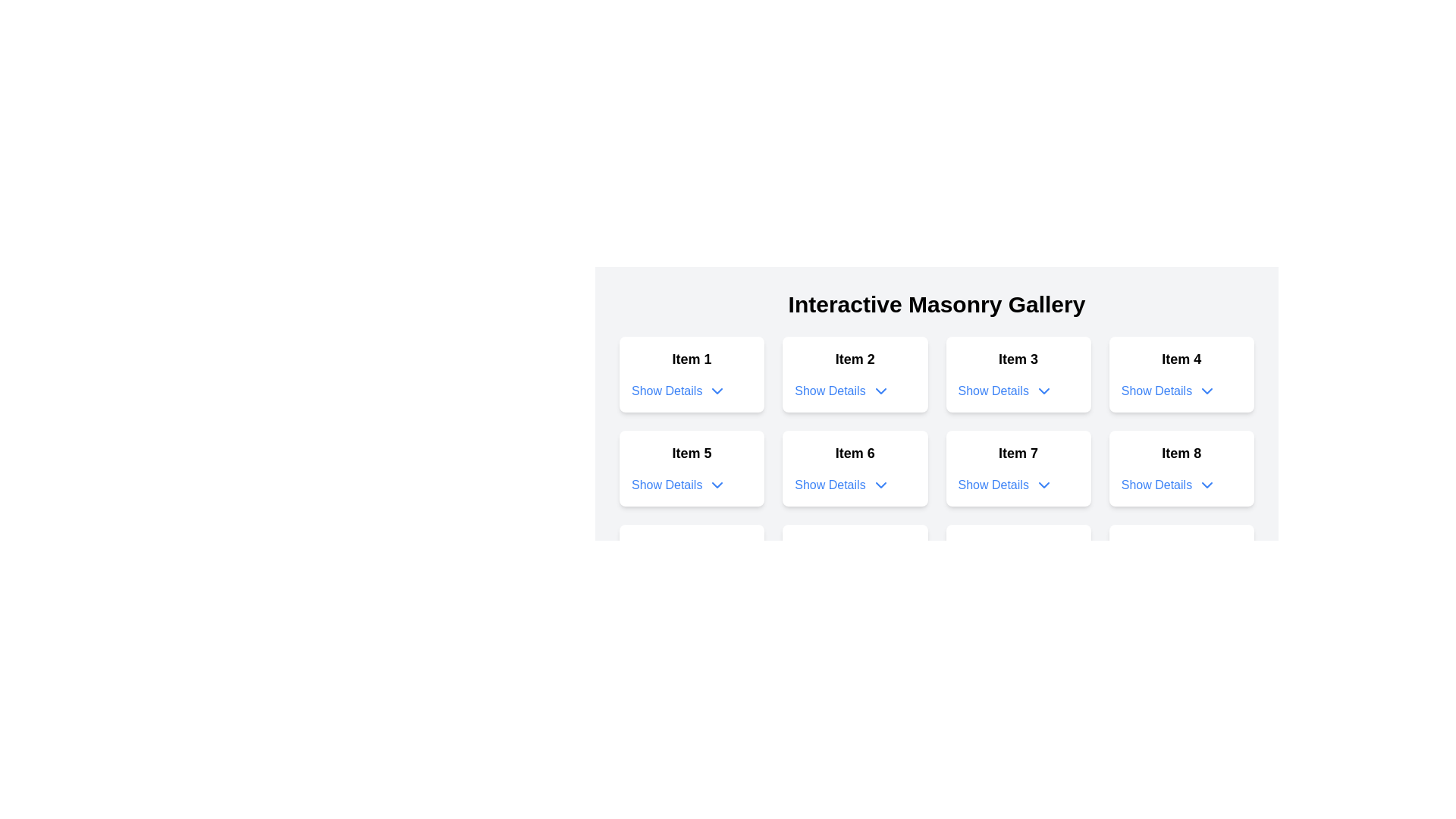  I want to click on the 'Show Details' interactive text label styled in blue and underlined, located in the fourth card of the masonry gallery grid, so click(1156, 391).